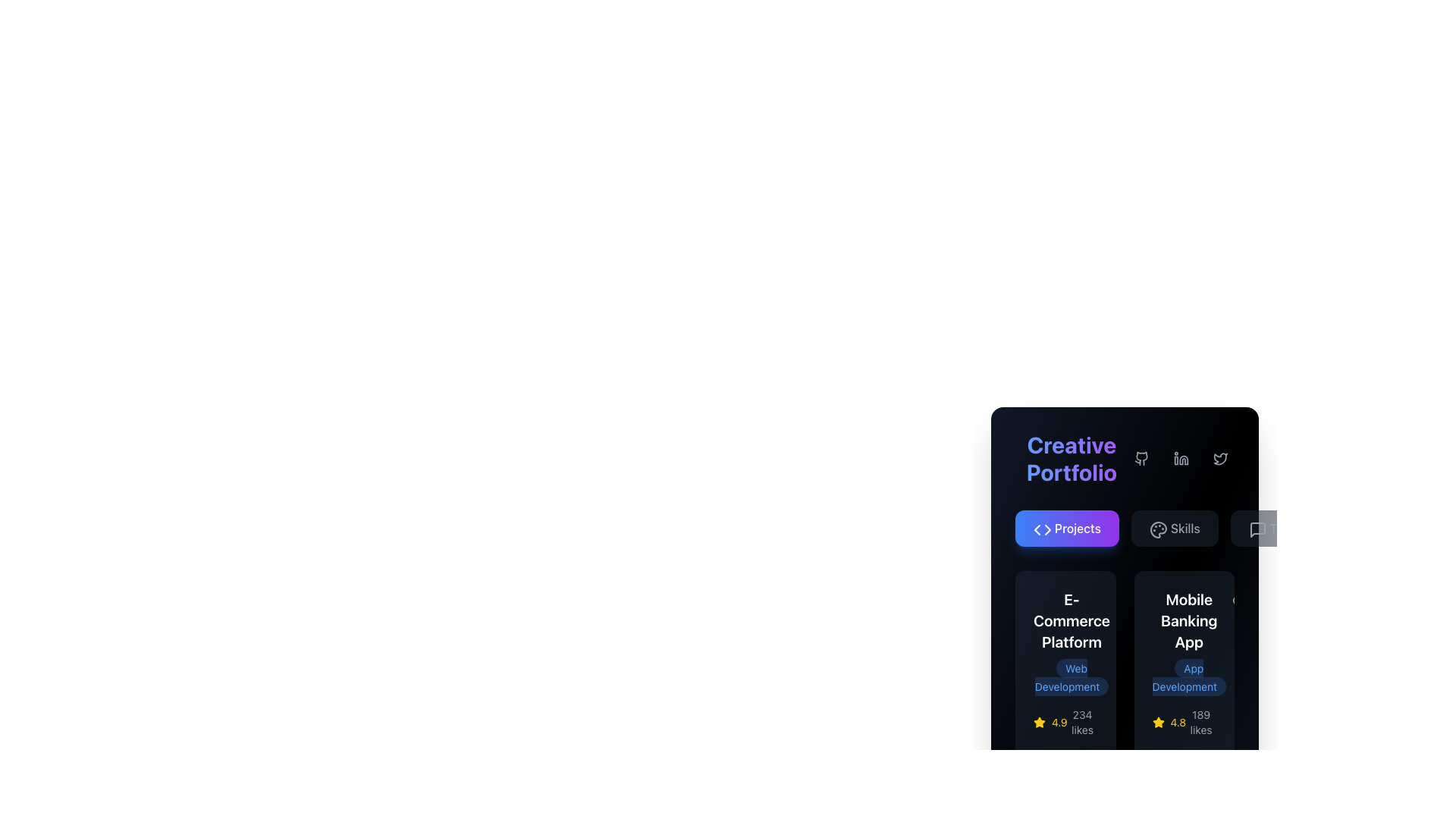 Image resolution: width=1456 pixels, height=819 pixels. Describe the element at coordinates (1039, 721) in the screenshot. I see `the star icon that indicates the rating for the E-Commerce Platform, located at the bottom-left region of the card` at that location.